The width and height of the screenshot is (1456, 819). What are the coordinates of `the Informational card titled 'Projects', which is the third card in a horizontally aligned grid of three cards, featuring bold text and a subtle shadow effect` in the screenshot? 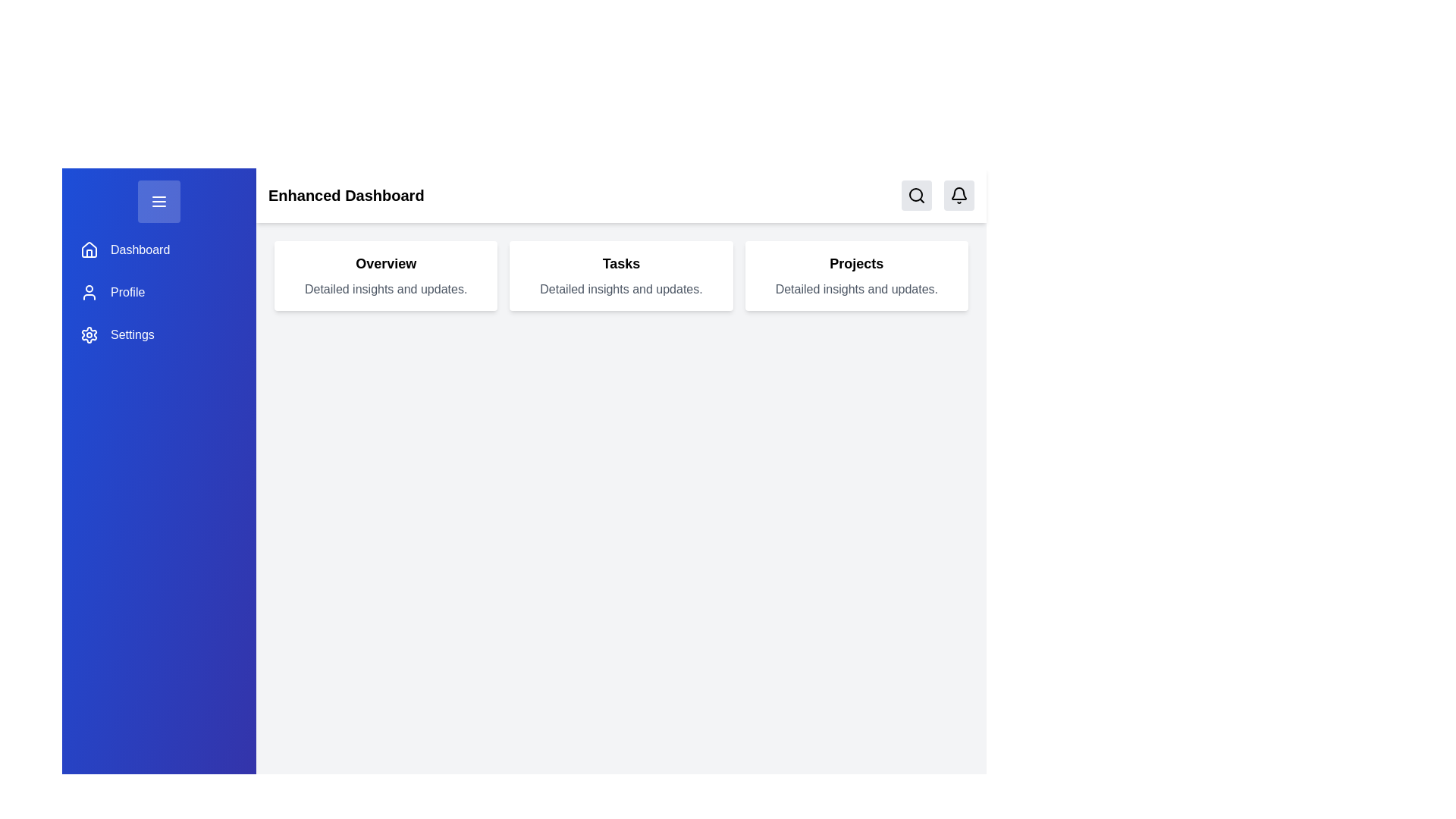 It's located at (856, 275).